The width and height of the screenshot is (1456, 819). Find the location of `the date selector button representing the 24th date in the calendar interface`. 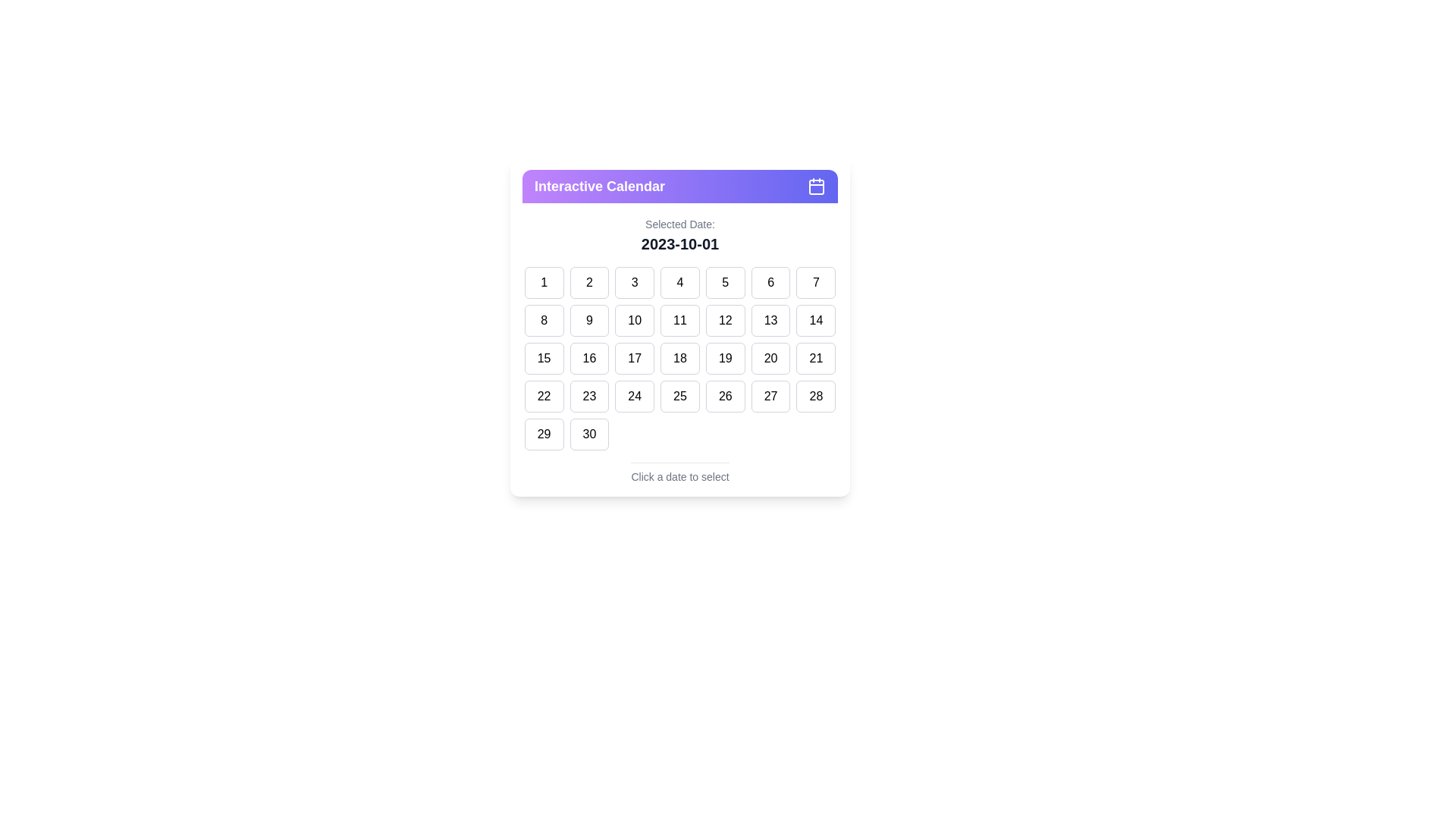

the date selector button representing the 24th date in the calendar interface is located at coordinates (635, 396).